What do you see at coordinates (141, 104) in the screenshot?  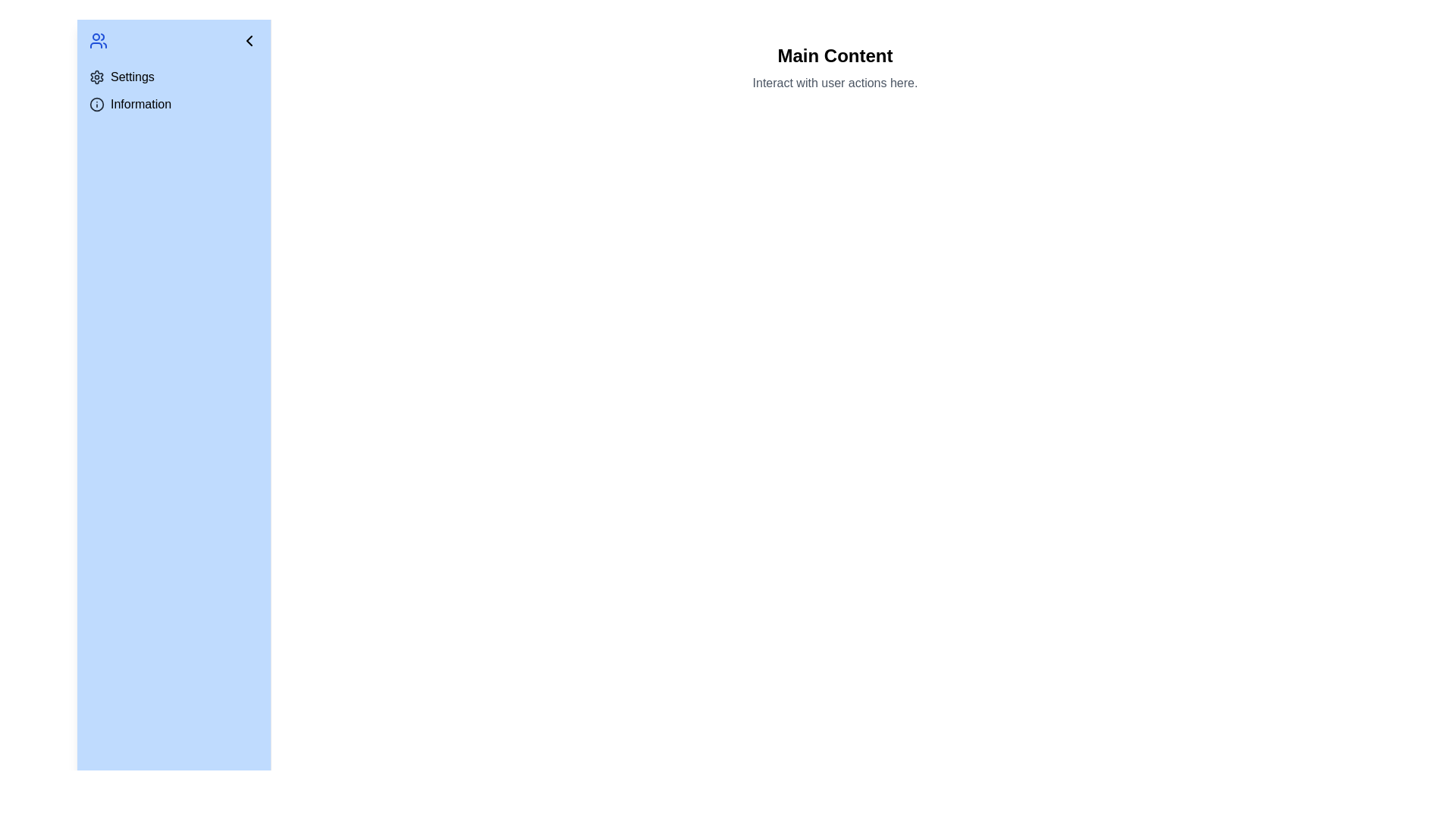 I see `the 'Information' text label in the vertical navigation menu` at bounding box center [141, 104].